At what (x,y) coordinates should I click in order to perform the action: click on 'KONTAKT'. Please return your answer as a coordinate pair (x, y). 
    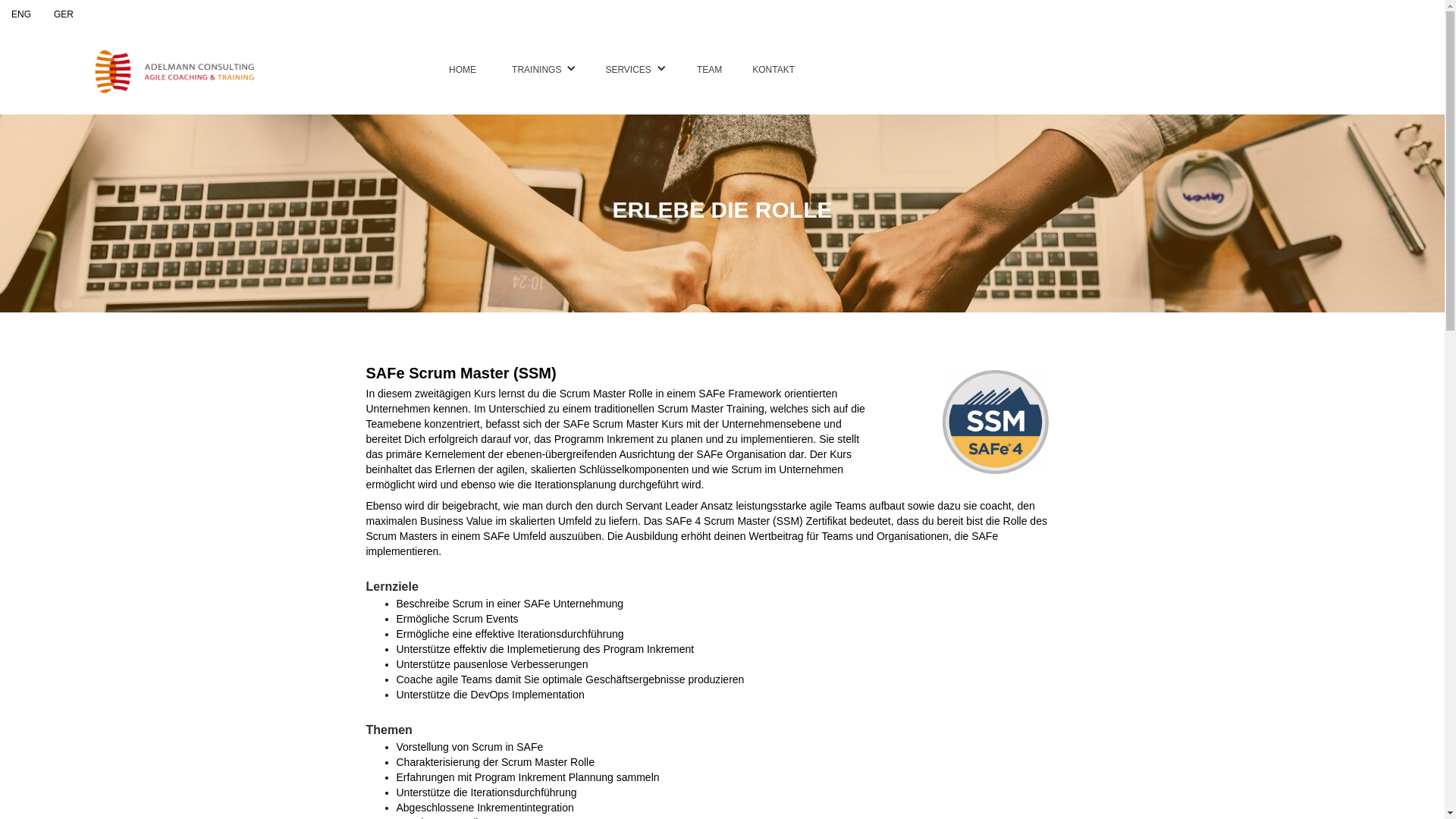
    Looking at the image, I should click on (752, 70).